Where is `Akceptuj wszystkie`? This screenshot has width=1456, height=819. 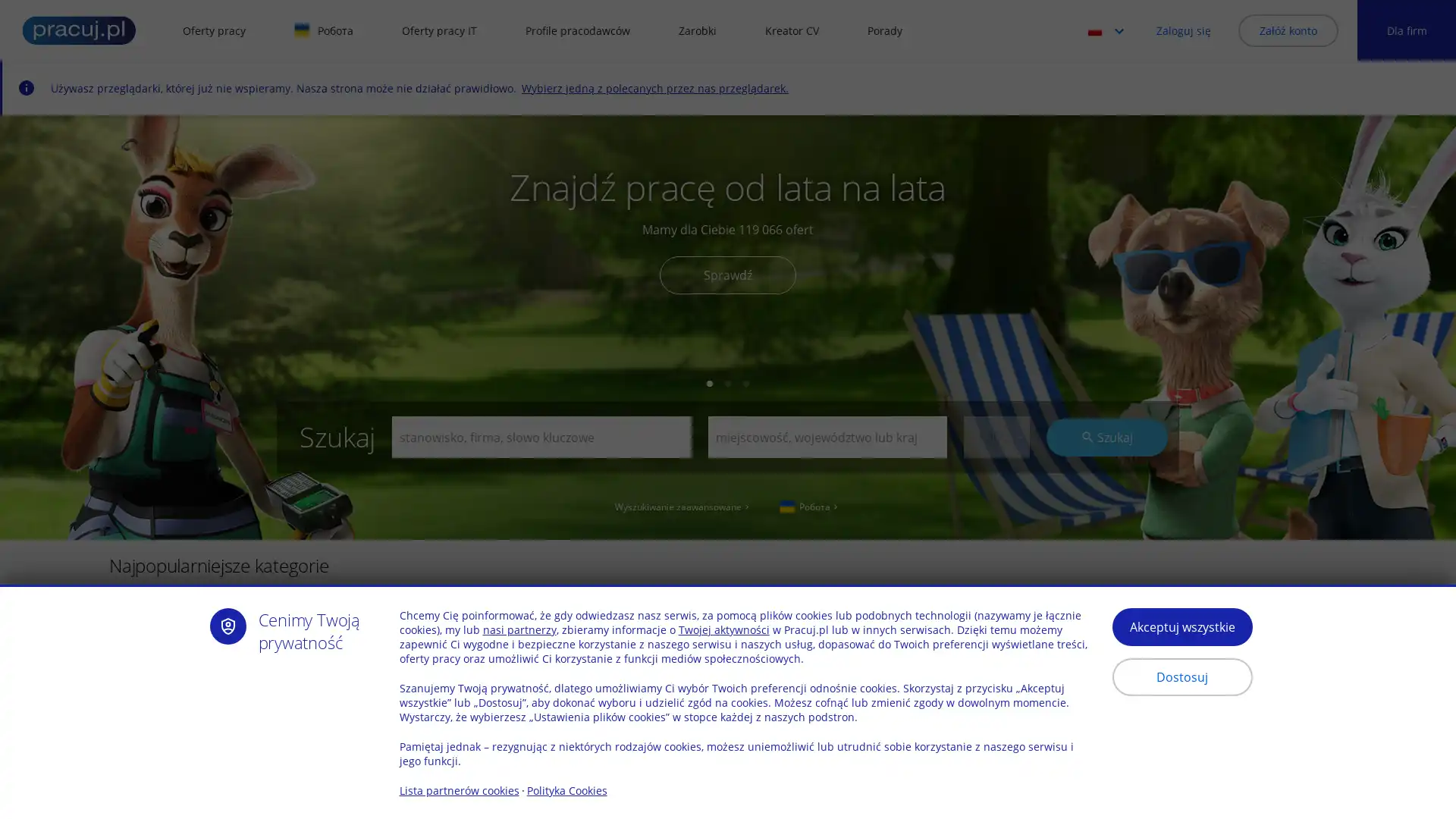
Akceptuj wszystkie is located at coordinates (1181, 626).